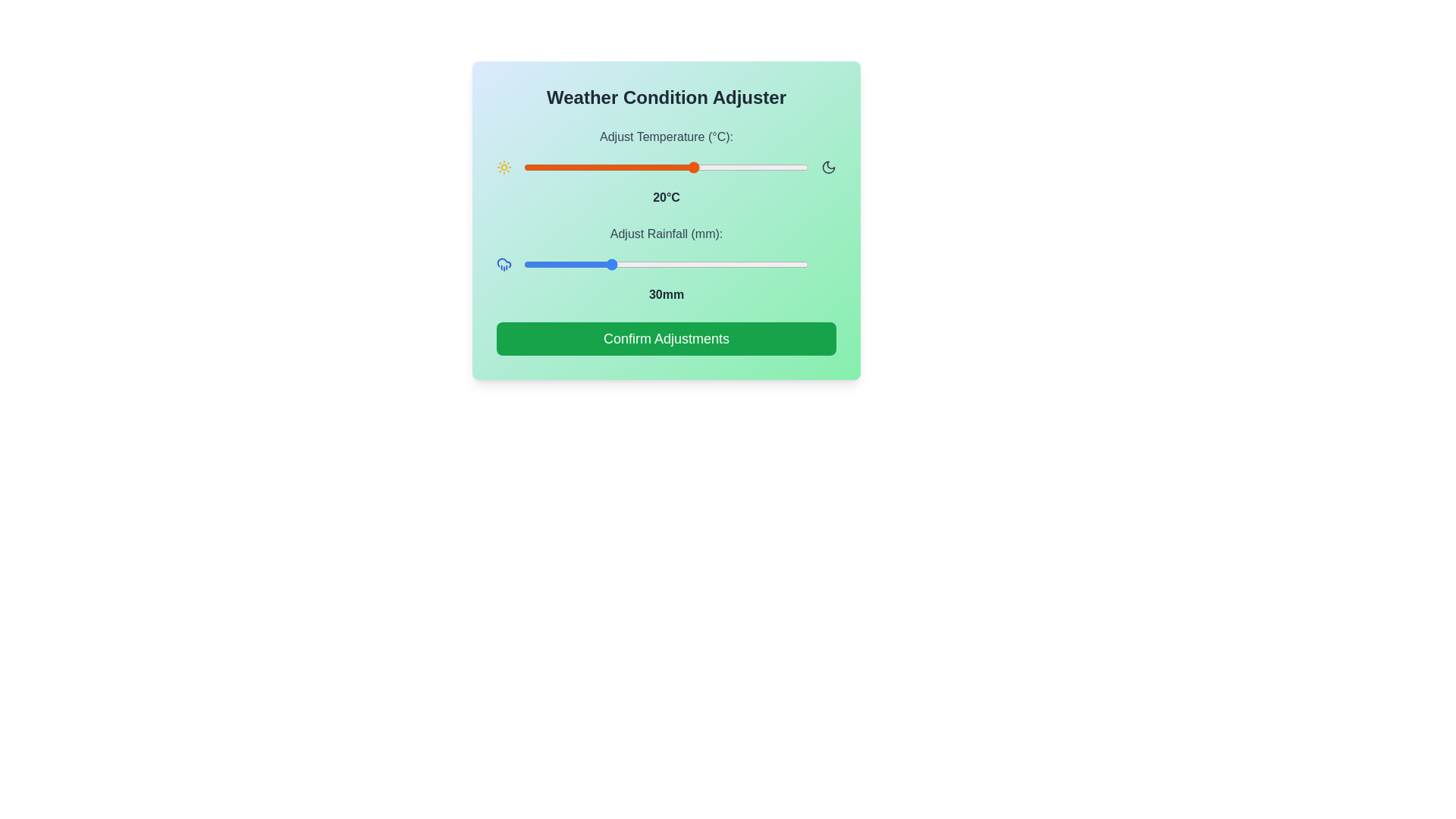 The width and height of the screenshot is (1456, 819). Describe the element at coordinates (615, 167) in the screenshot. I see `the temperature to 6°C using the slider` at that location.